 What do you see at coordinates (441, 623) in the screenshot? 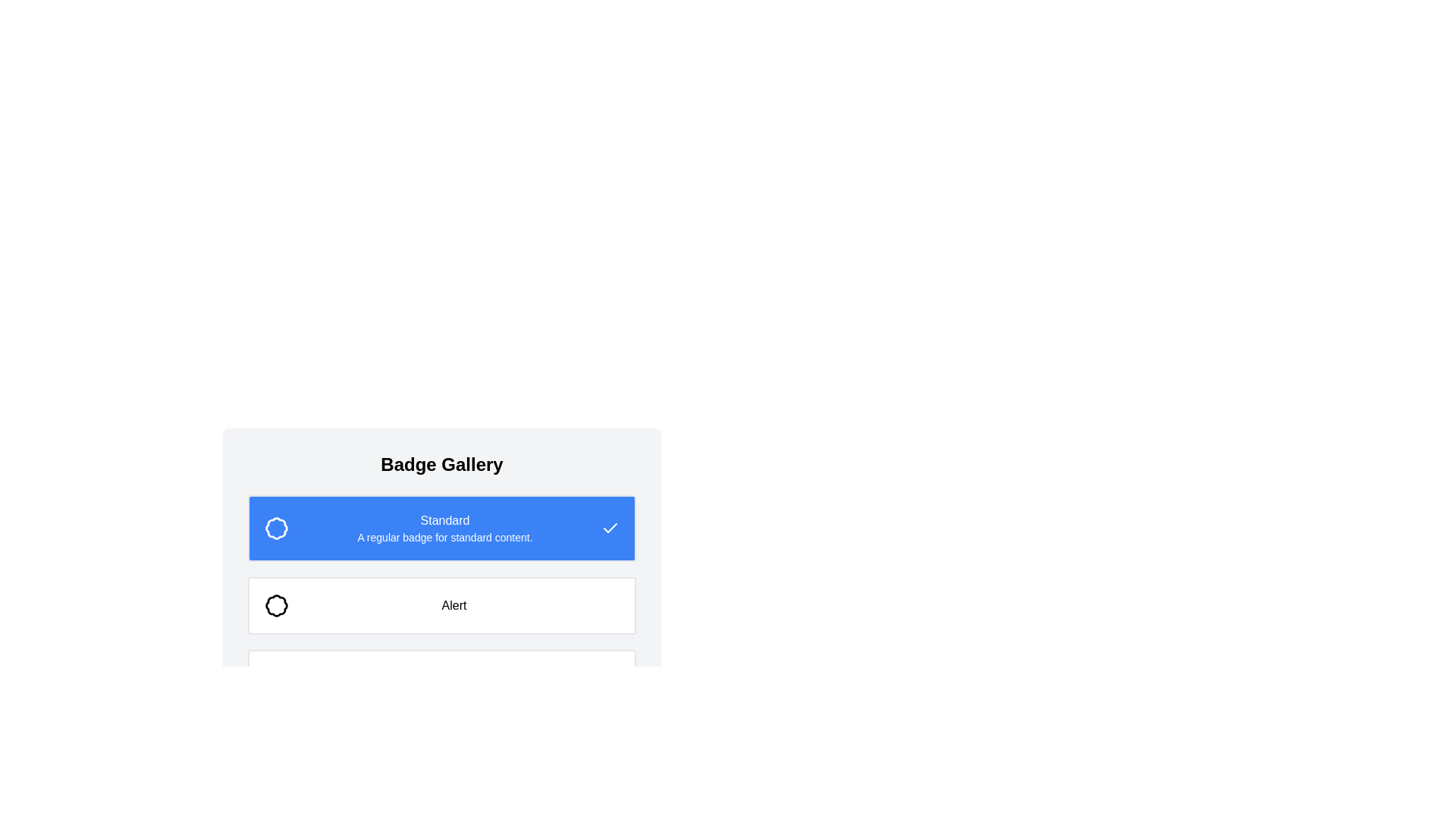
I see `the 'Alert' badge in the Informational Section, which is positioned below the 'Standard' section and above the 'Success' section in the Badge Gallery` at bounding box center [441, 623].